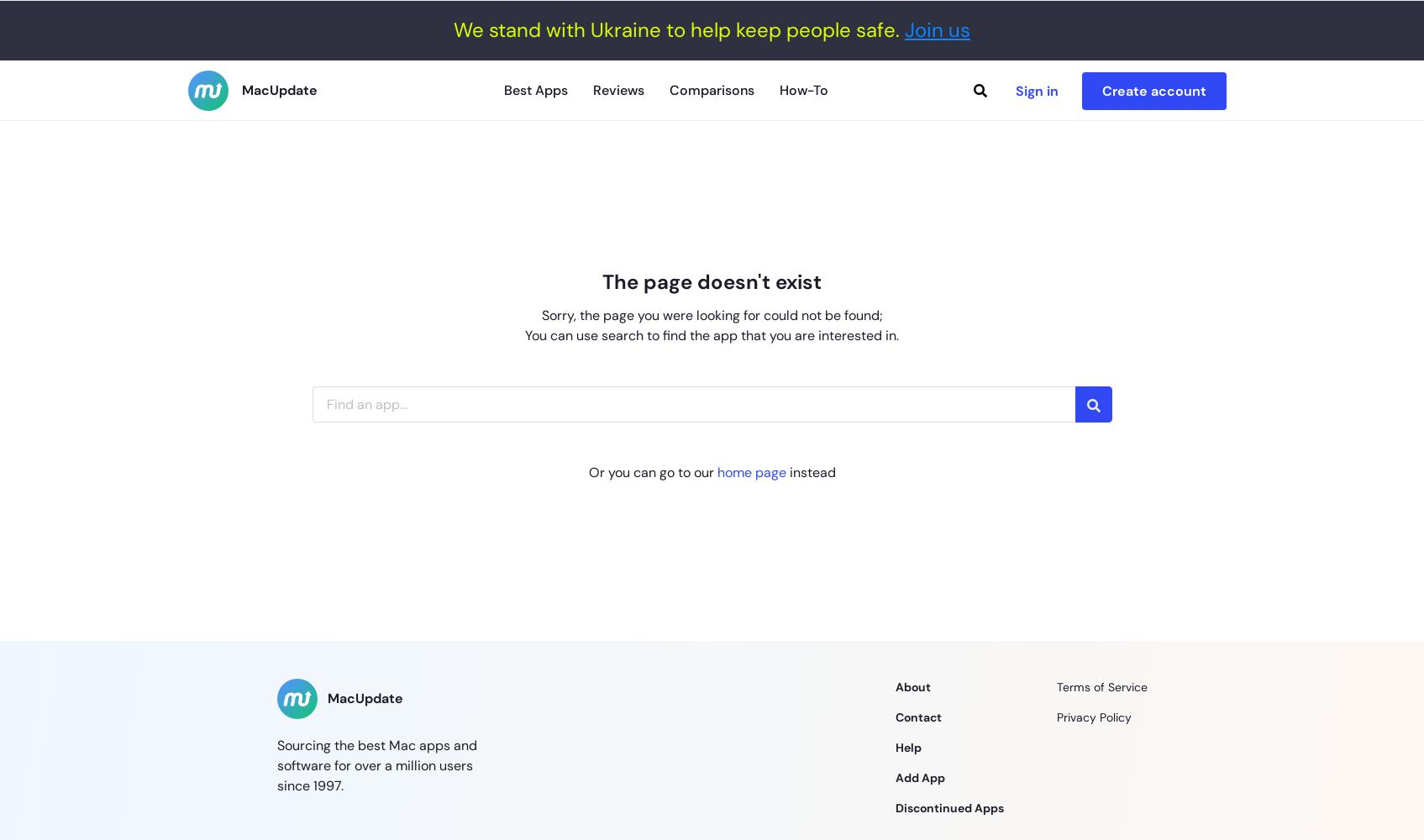 The image size is (1424, 840). What do you see at coordinates (948, 807) in the screenshot?
I see `'Discontinued Apps'` at bounding box center [948, 807].